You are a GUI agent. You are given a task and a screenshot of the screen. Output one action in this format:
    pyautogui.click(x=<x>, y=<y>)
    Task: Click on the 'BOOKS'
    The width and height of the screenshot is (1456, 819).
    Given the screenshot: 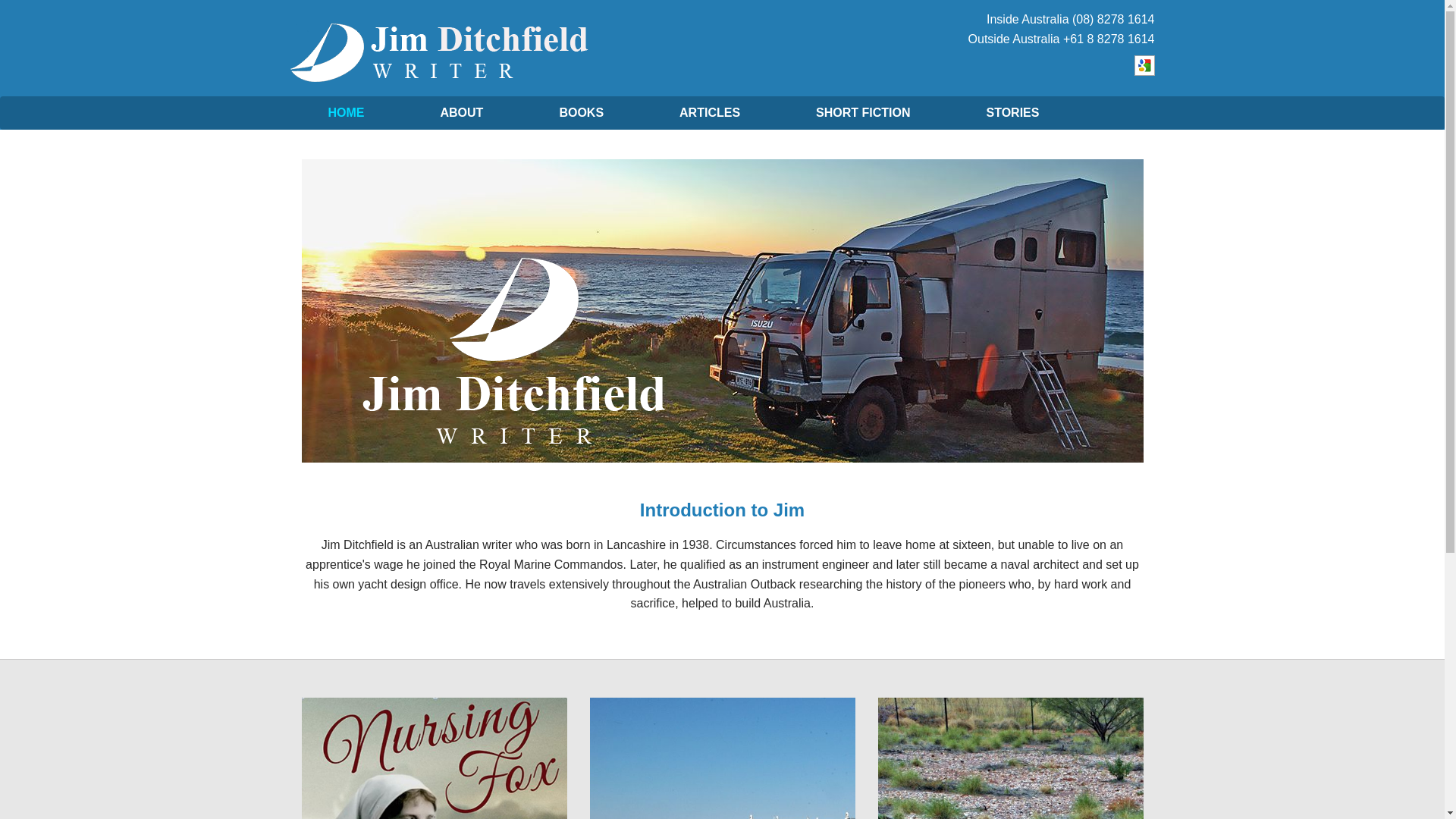 What is the action you would take?
    pyautogui.click(x=580, y=112)
    